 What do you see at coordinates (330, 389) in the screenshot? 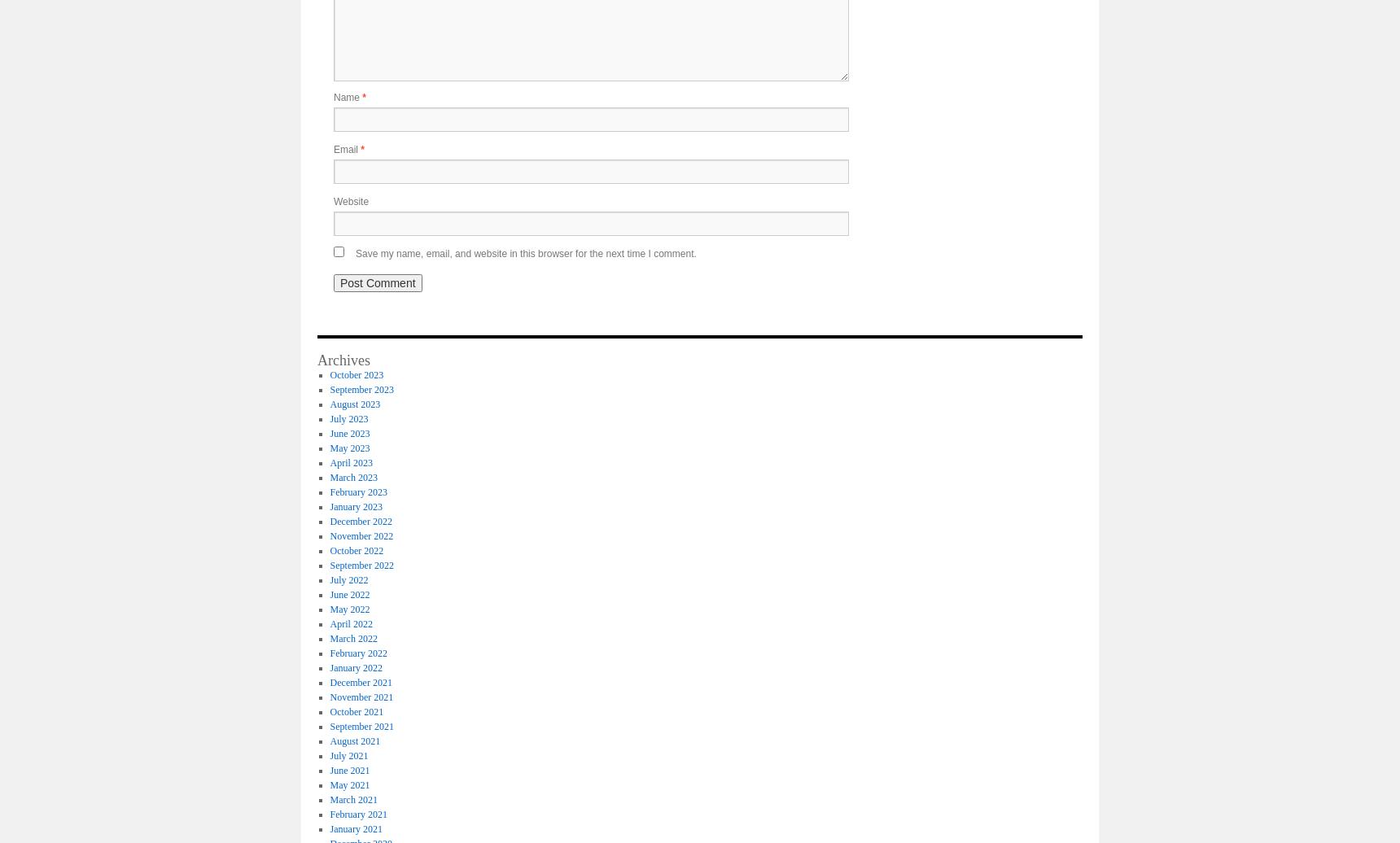
I see `'September 2023'` at bounding box center [330, 389].